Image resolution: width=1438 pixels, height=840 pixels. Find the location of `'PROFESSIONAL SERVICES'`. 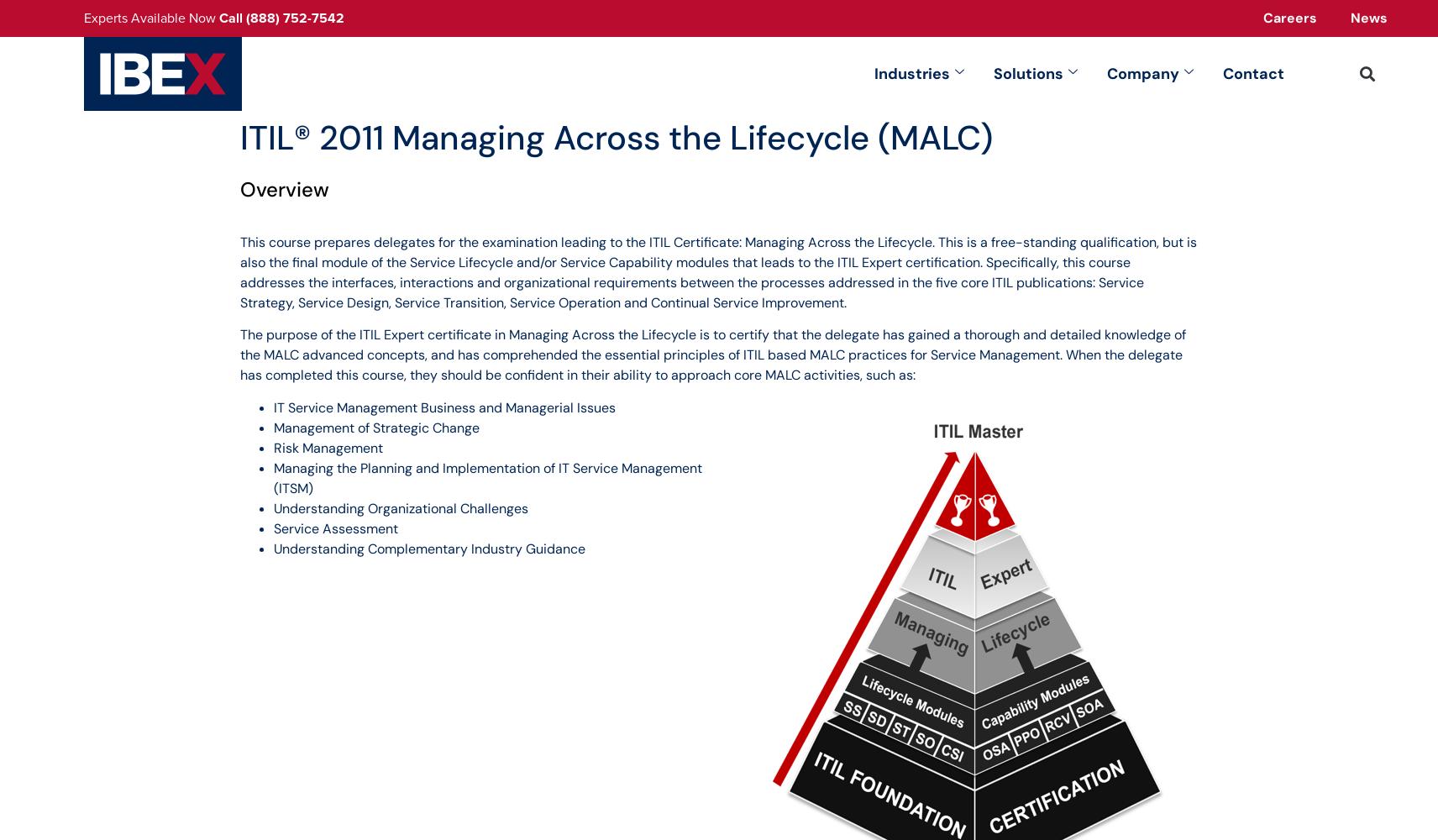

'PROFESSIONAL SERVICES' is located at coordinates (664, 158).